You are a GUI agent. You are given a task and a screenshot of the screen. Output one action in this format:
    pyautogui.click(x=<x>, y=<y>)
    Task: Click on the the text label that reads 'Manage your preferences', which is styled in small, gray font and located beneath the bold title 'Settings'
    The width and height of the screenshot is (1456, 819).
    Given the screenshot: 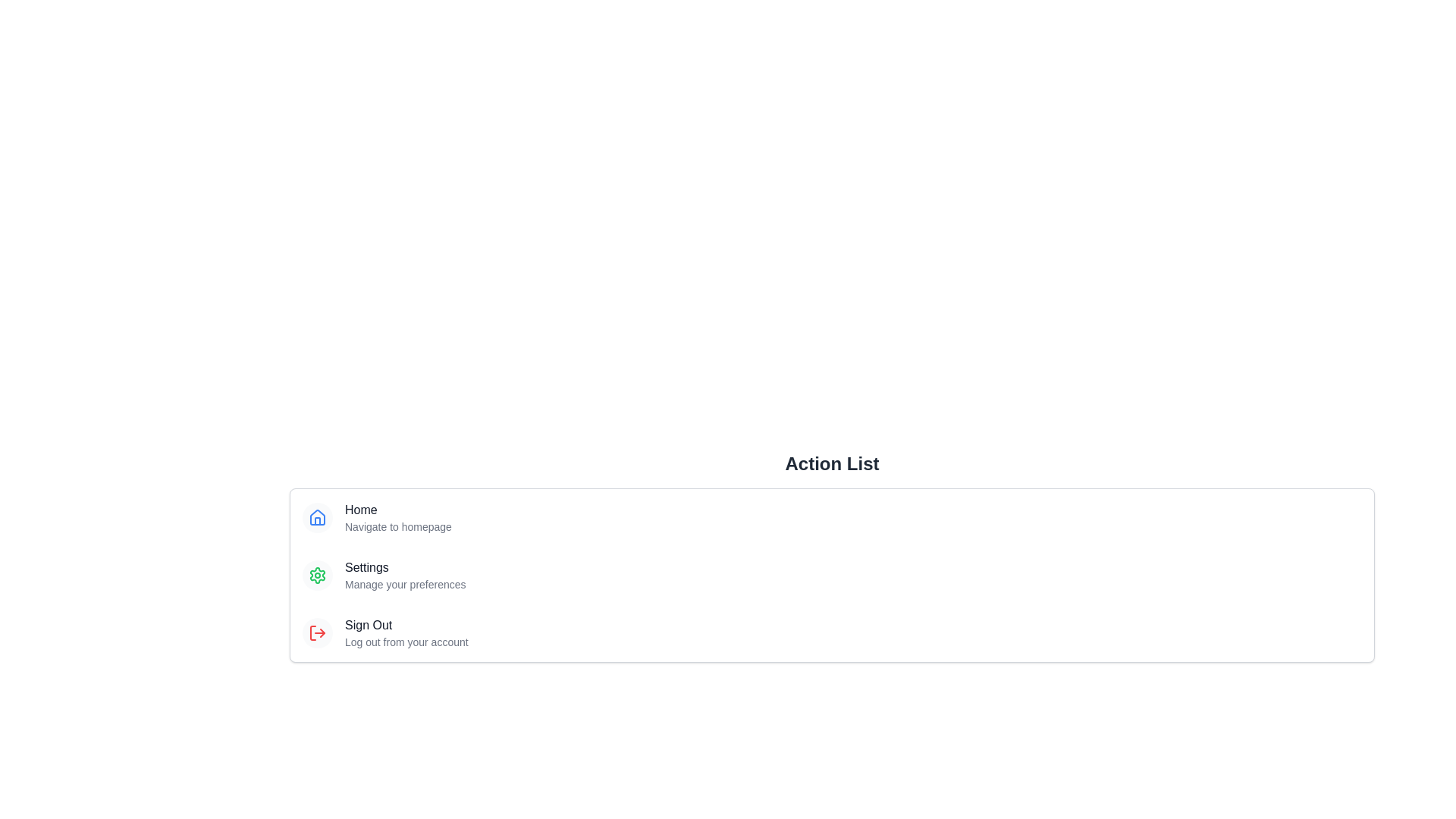 What is the action you would take?
    pyautogui.click(x=405, y=584)
    